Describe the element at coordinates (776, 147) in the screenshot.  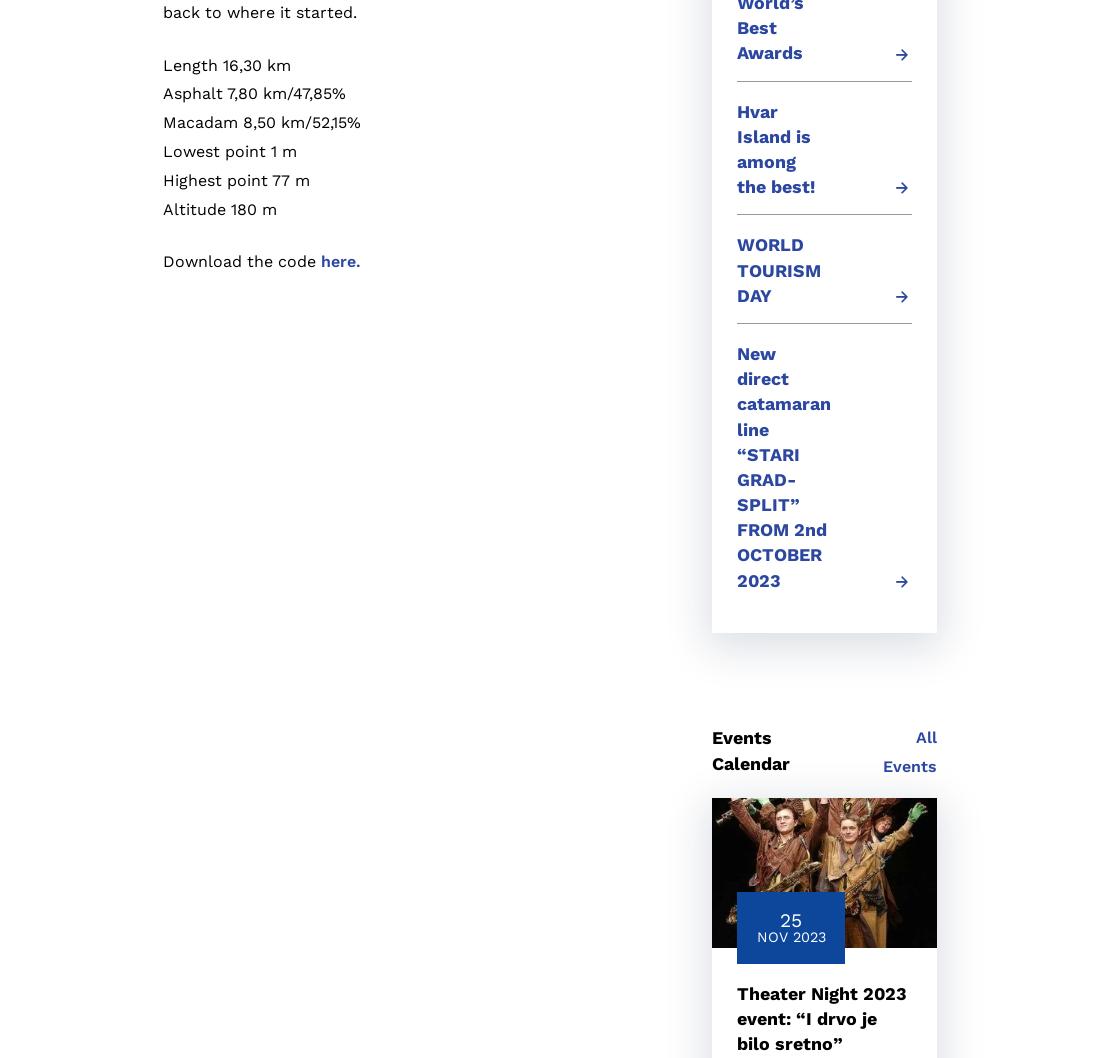
I see `'Hvar Island is among the best!'` at that location.